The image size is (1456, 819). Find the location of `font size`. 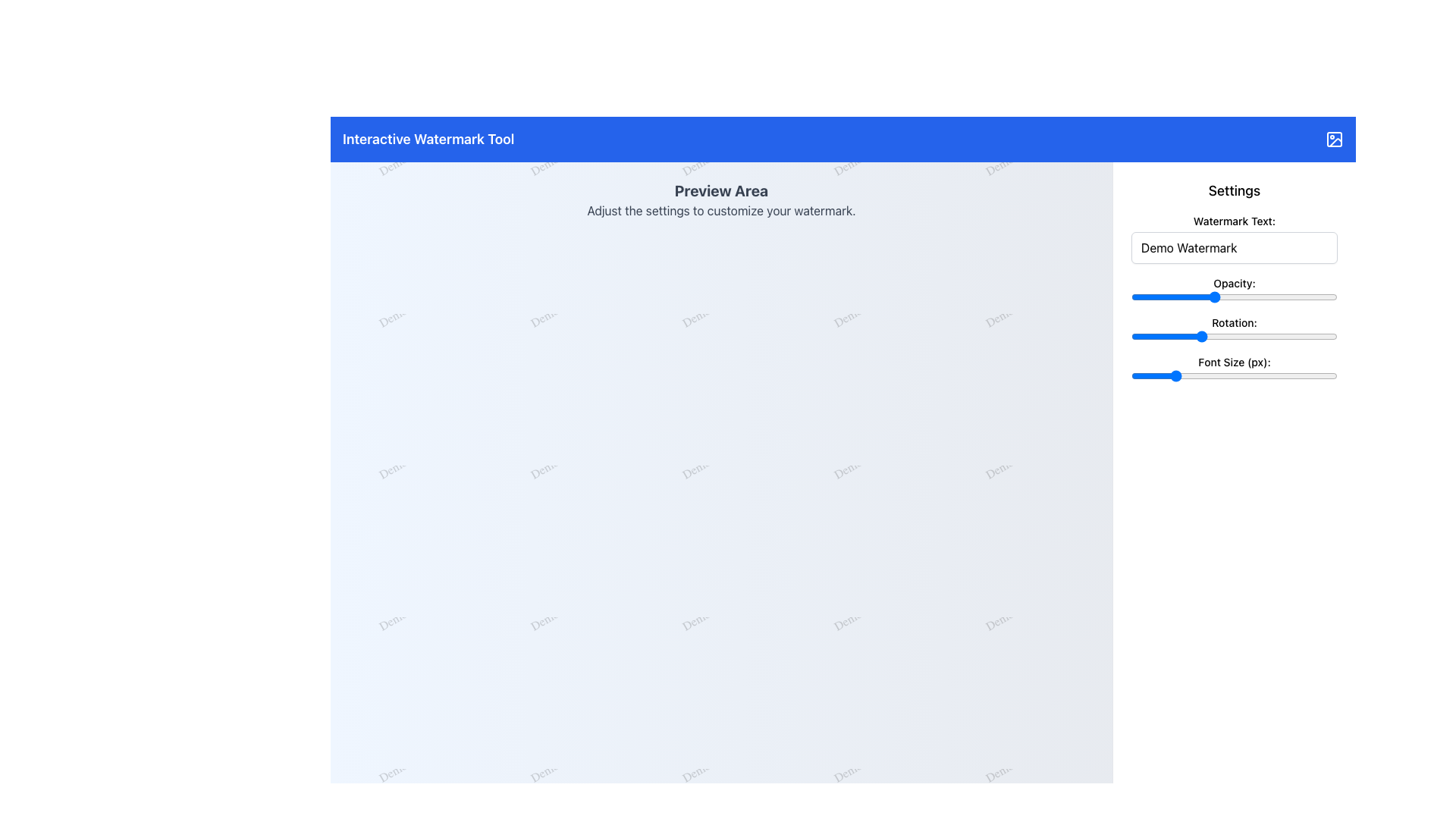

font size is located at coordinates (1138, 375).